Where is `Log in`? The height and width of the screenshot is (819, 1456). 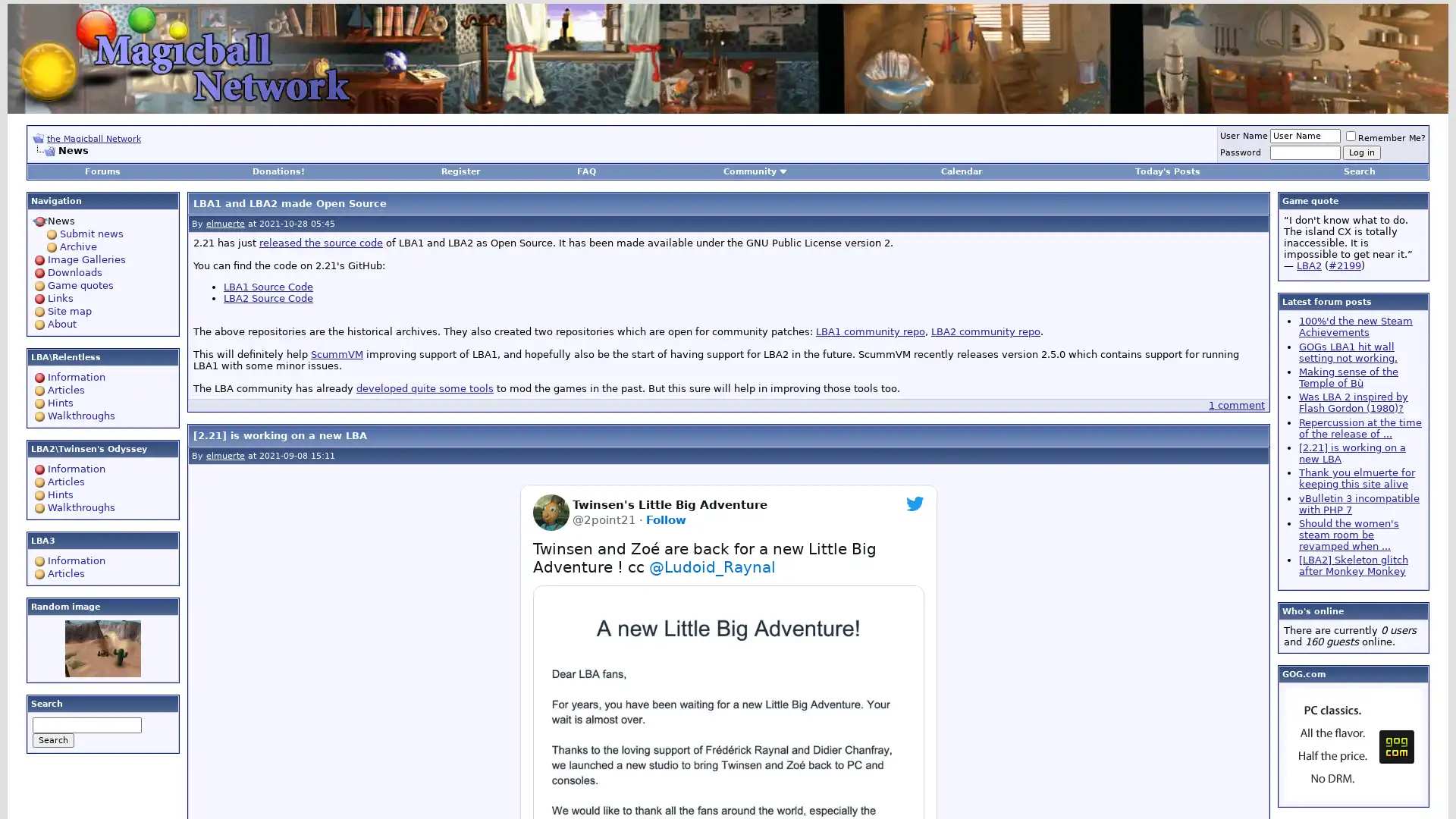
Log in is located at coordinates (1361, 152).